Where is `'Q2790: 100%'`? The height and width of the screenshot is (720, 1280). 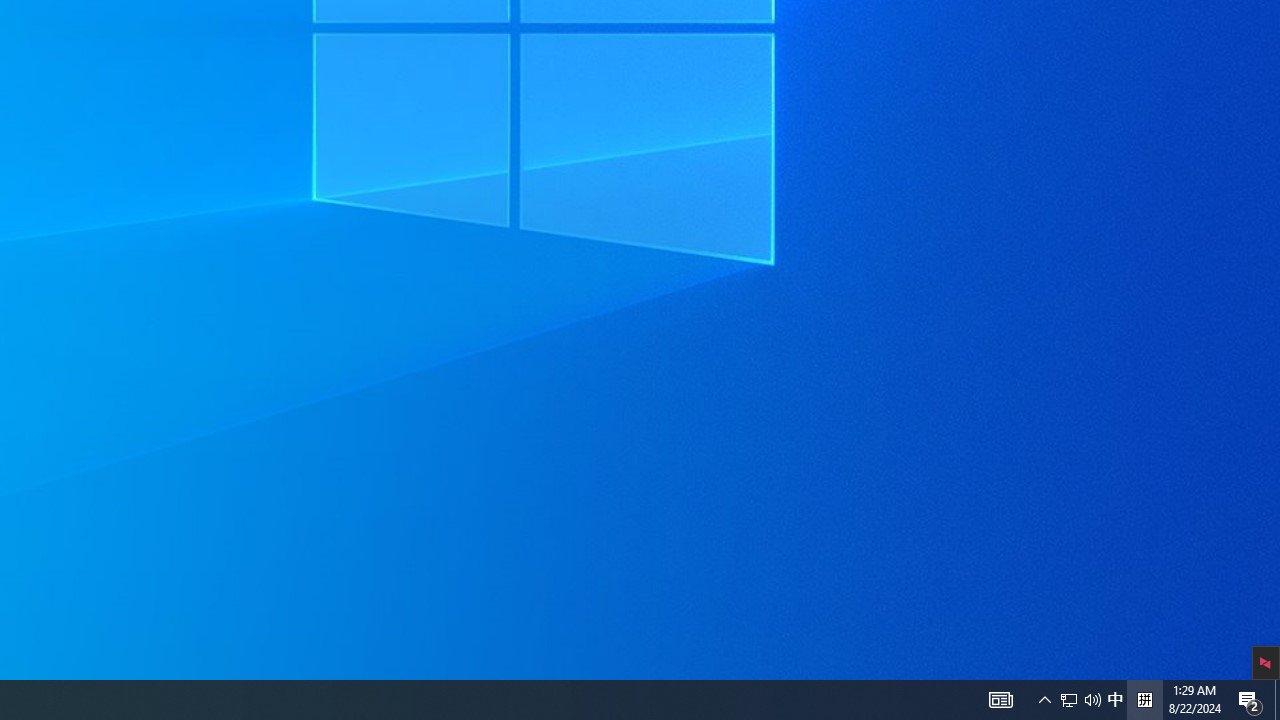 'Q2790: 100%' is located at coordinates (1079, 698).